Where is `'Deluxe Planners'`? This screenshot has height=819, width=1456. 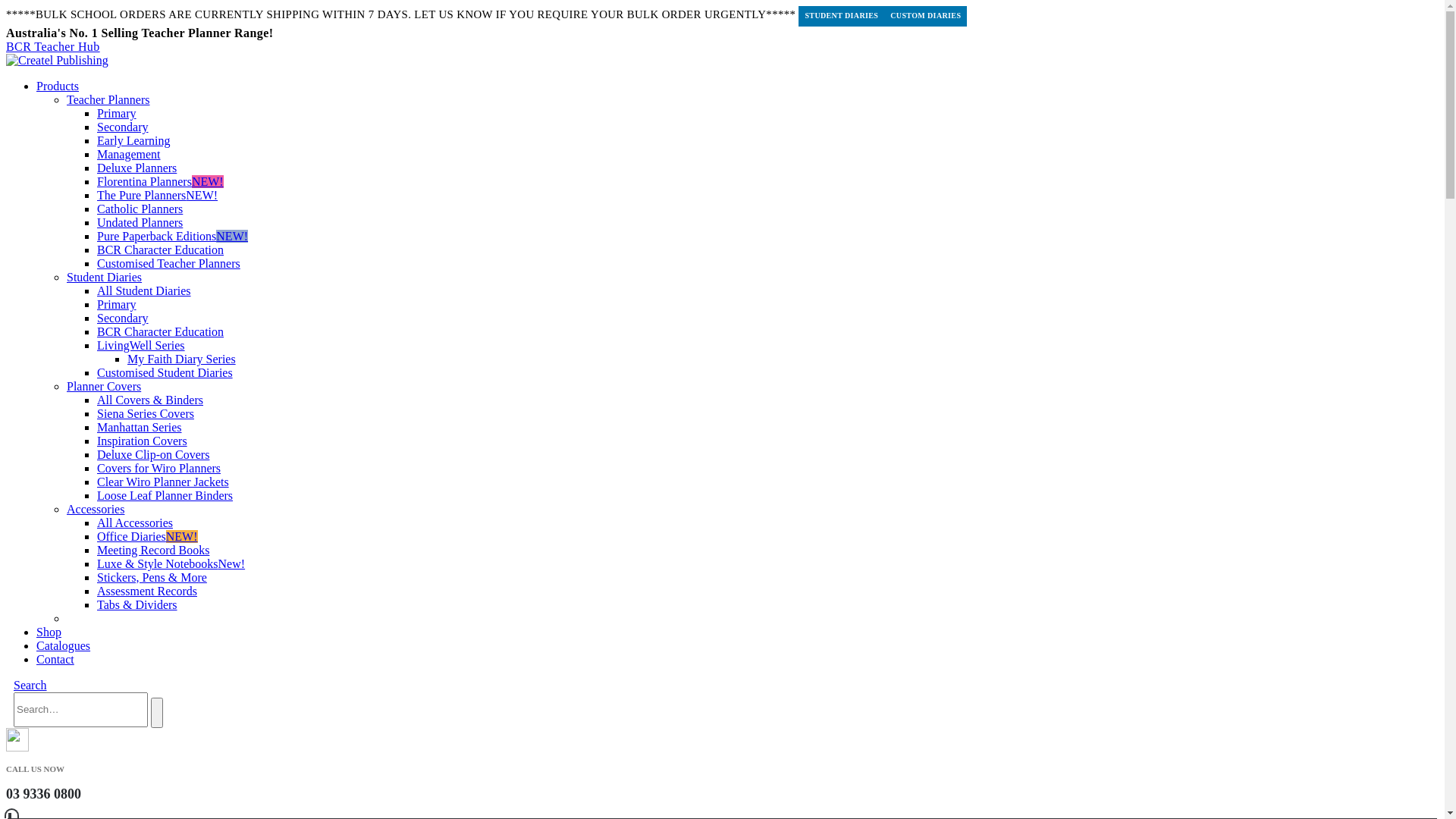
'Deluxe Planners' is located at coordinates (96, 168).